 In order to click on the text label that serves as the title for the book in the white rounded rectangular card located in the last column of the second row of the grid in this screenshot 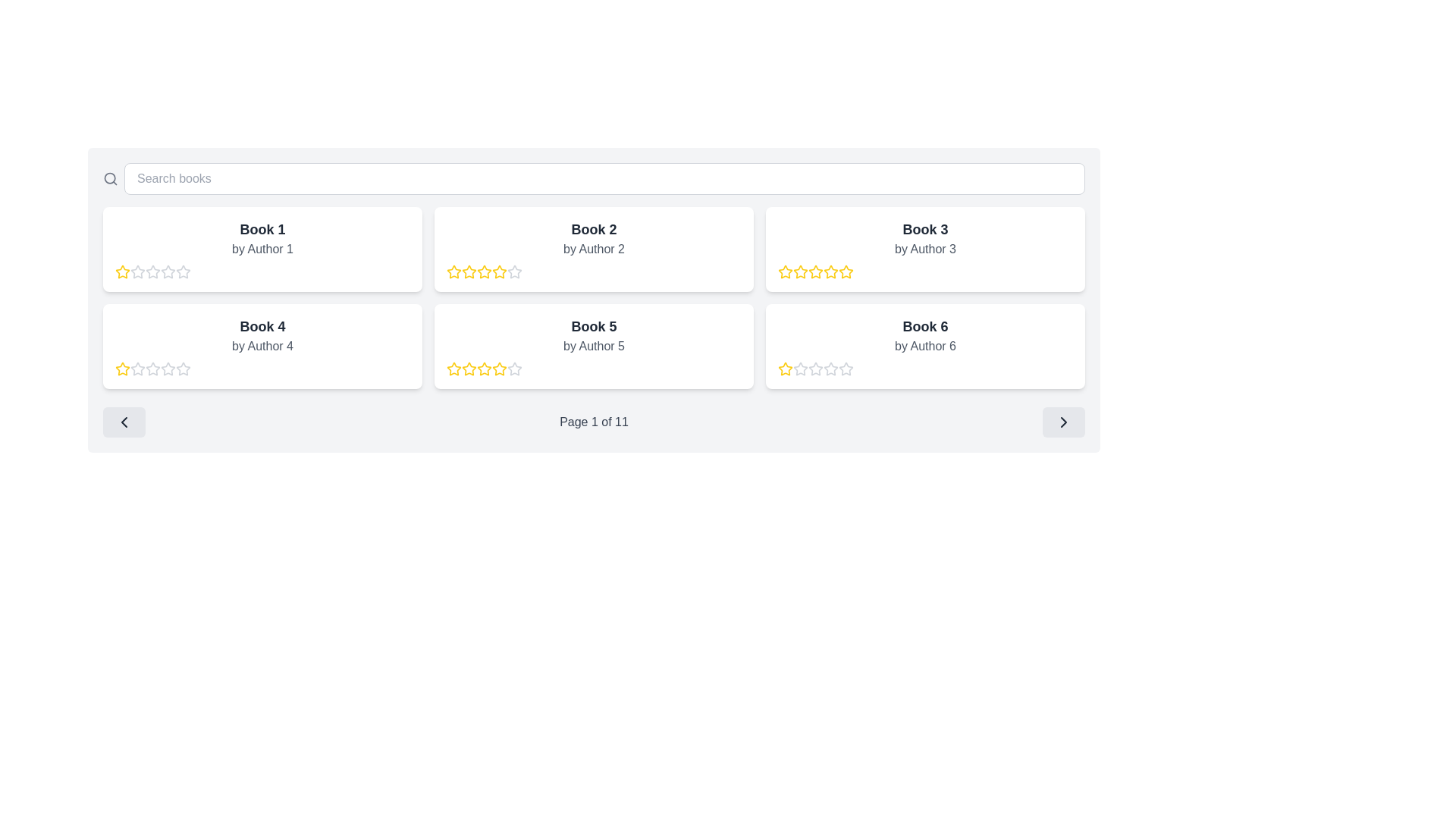, I will do `click(924, 326)`.